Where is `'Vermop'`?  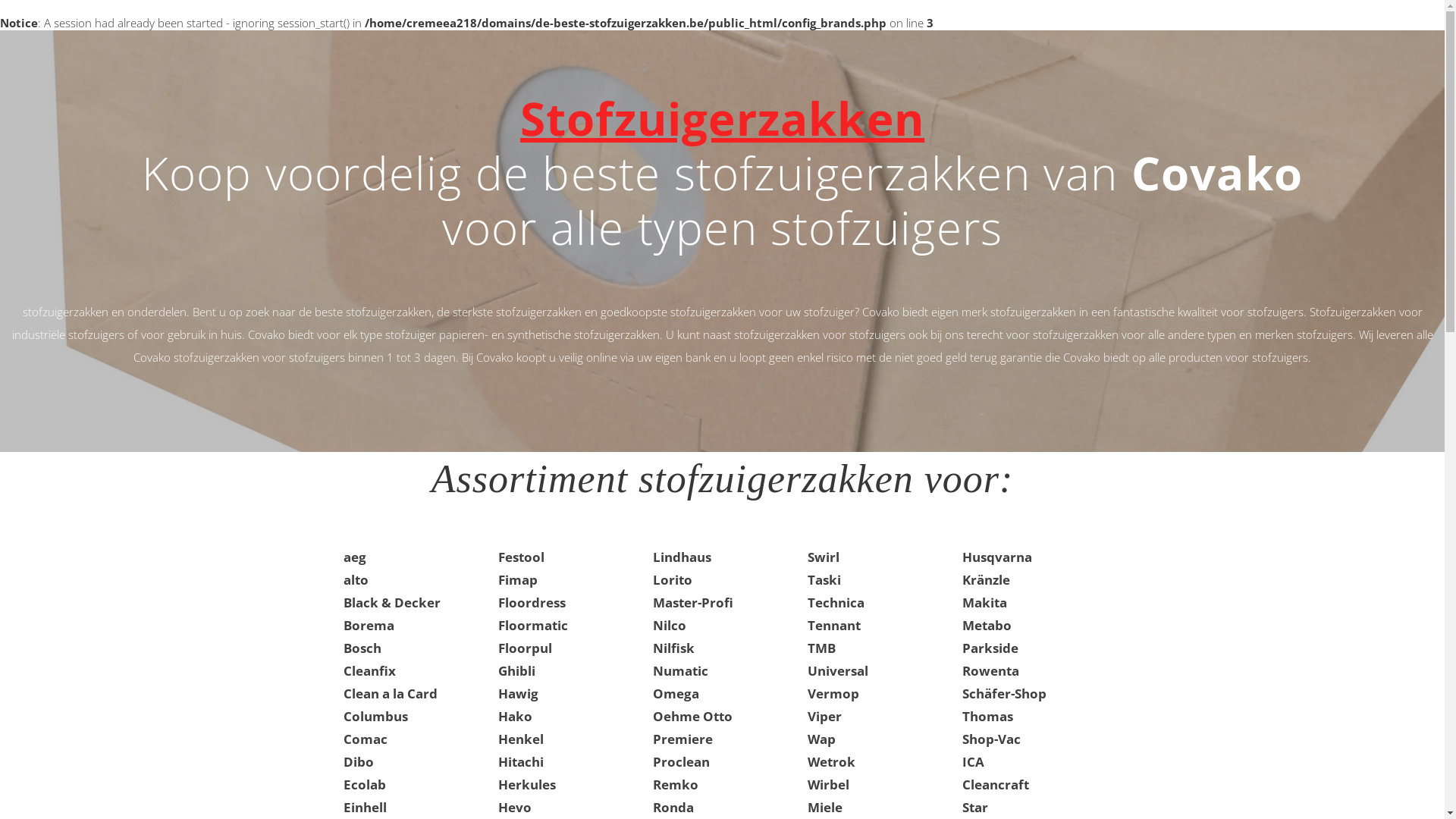
'Vermop' is located at coordinates (832, 693).